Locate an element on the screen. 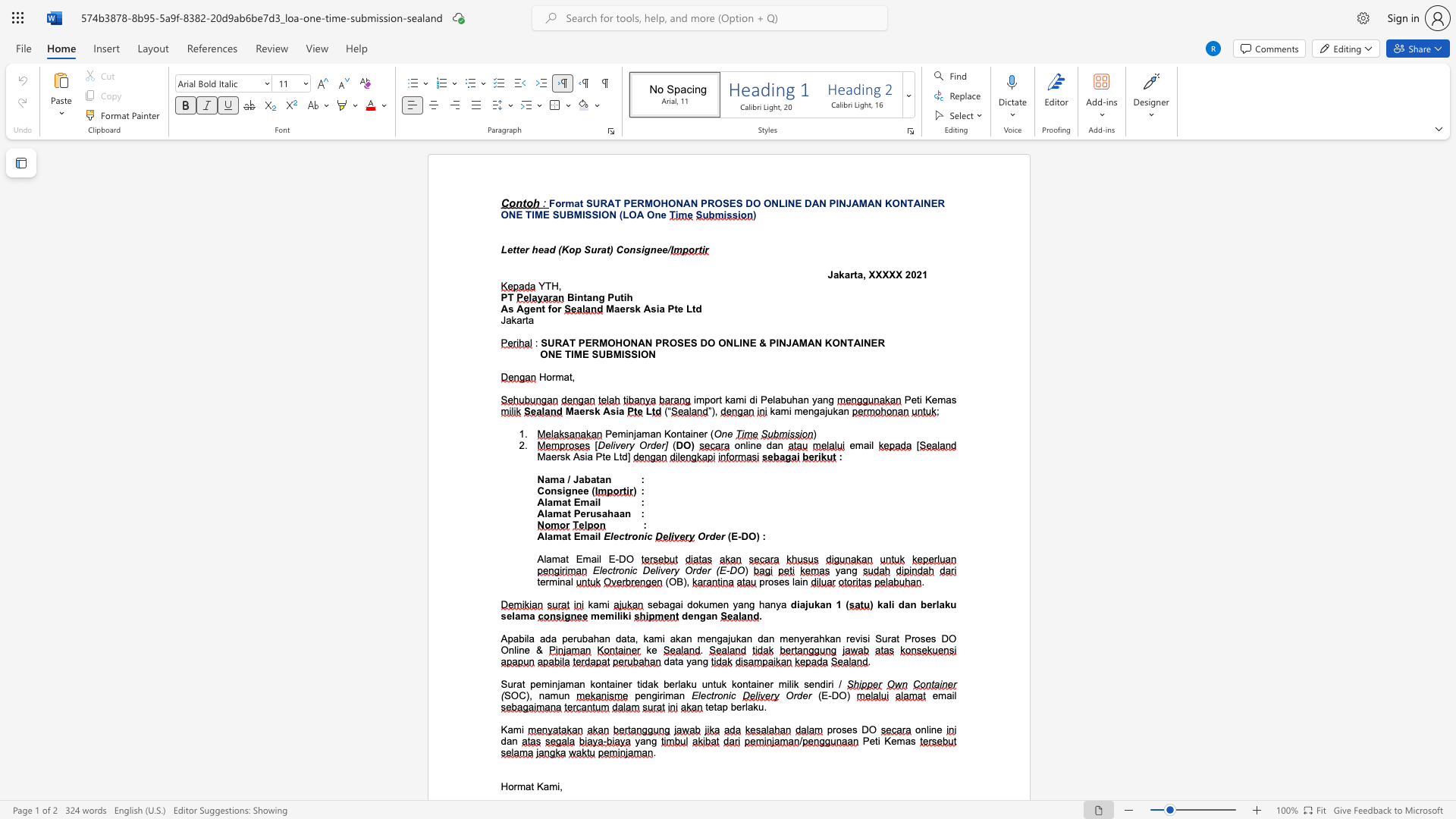  the subset text "nyer" within the text "Apabila ada perubahan data, kami akan mengajukan dan menyerahkan revisi Surat" is located at coordinates (792, 639).